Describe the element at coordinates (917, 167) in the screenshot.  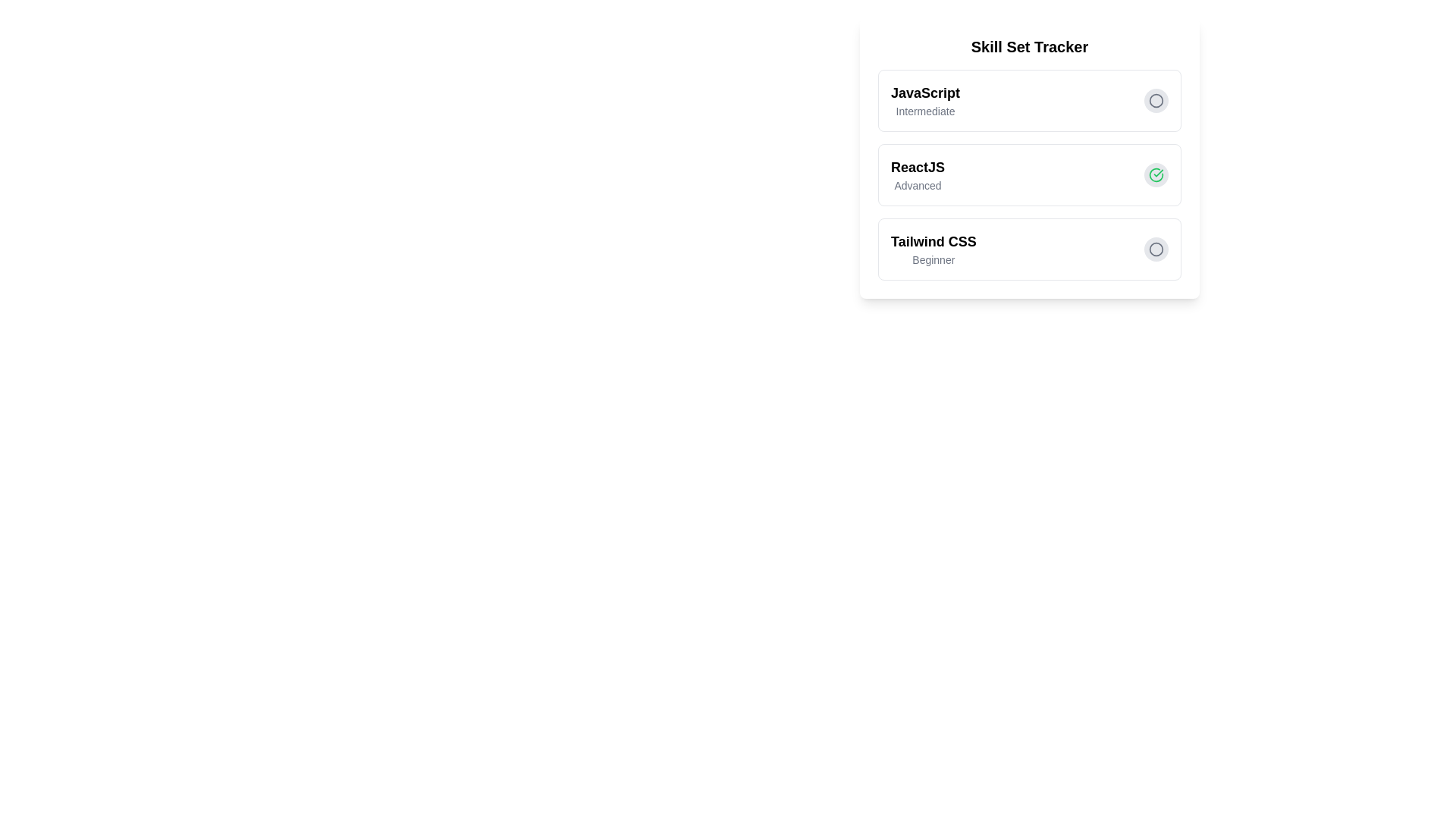
I see `the ReactJS skill label that indicates the skill within the skill tracking interface` at that location.